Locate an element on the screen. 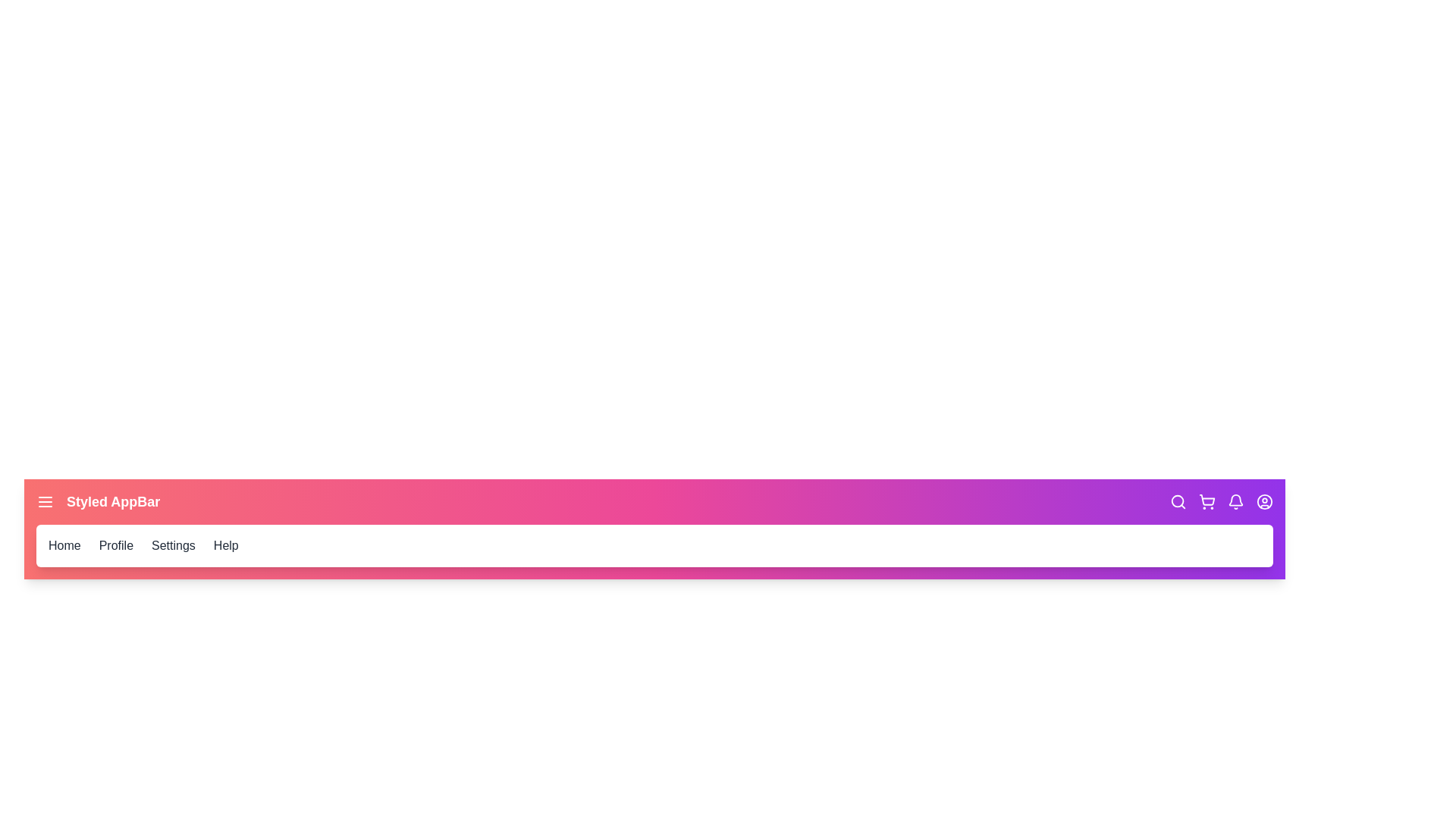  the navigation option Help from the menu is located at coordinates (225, 546).